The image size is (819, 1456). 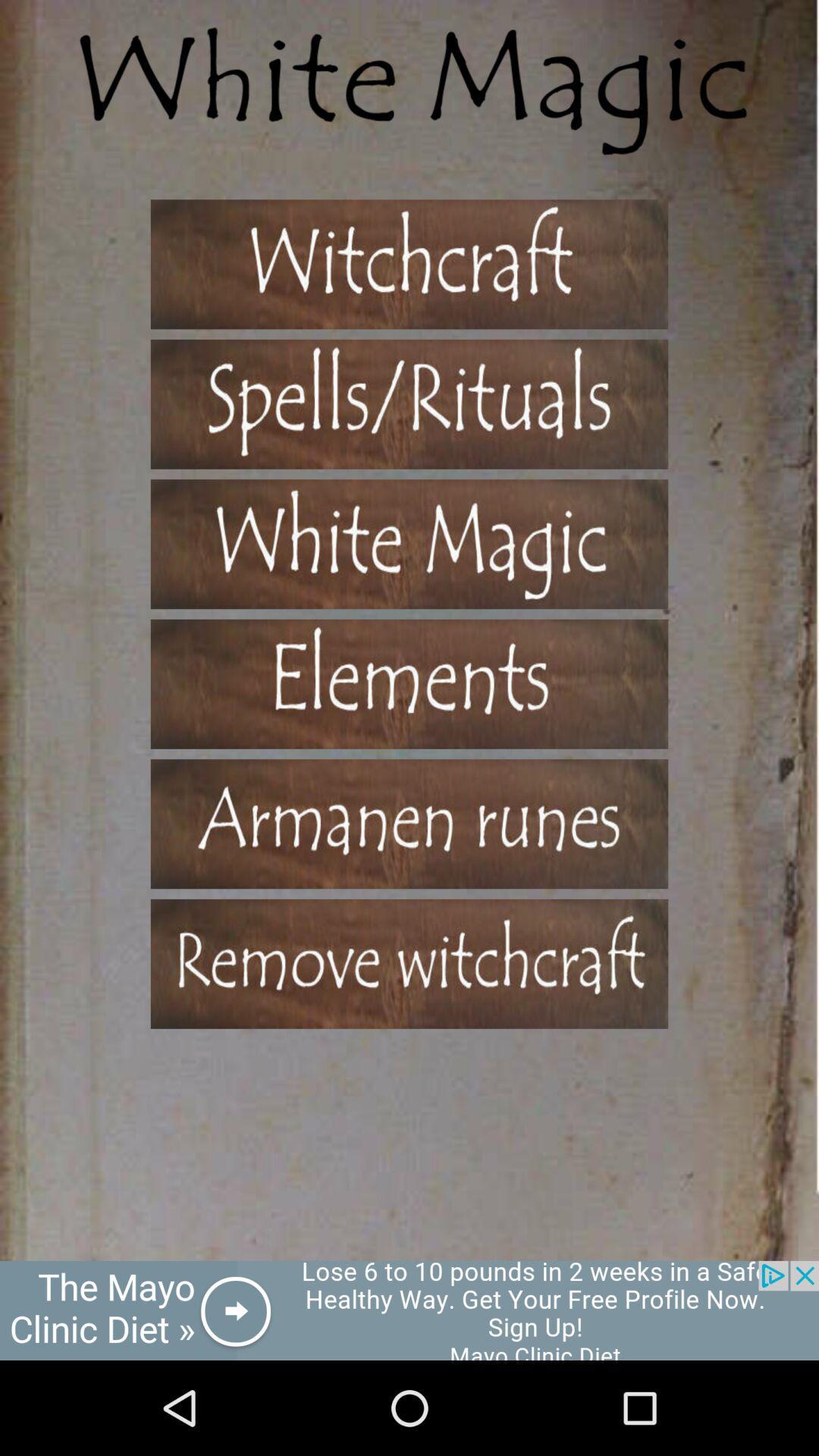 I want to click on remove witchcraft, so click(x=409, y=963).